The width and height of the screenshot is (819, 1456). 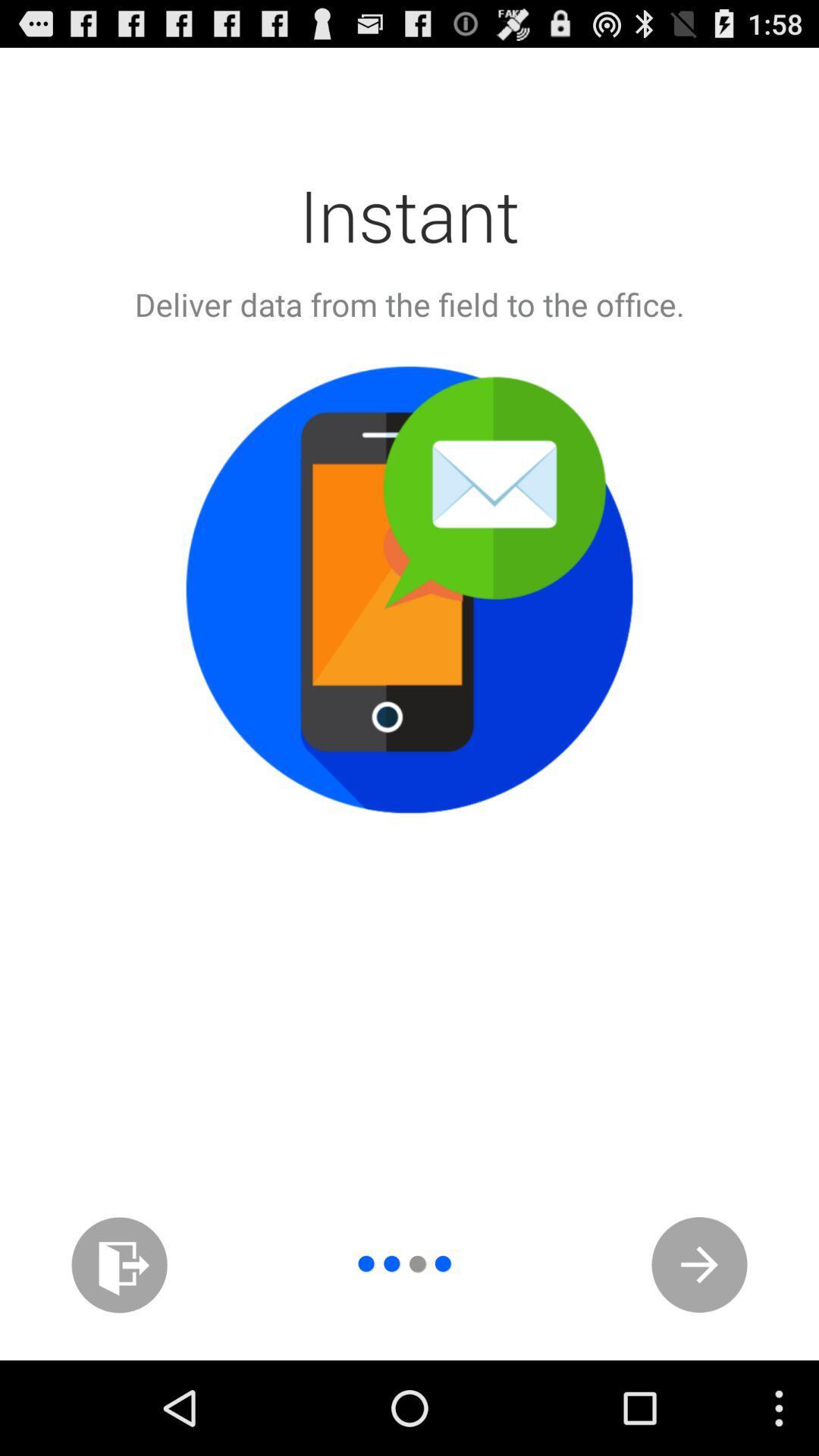 I want to click on the arrow_forward icon, so click(x=699, y=1354).